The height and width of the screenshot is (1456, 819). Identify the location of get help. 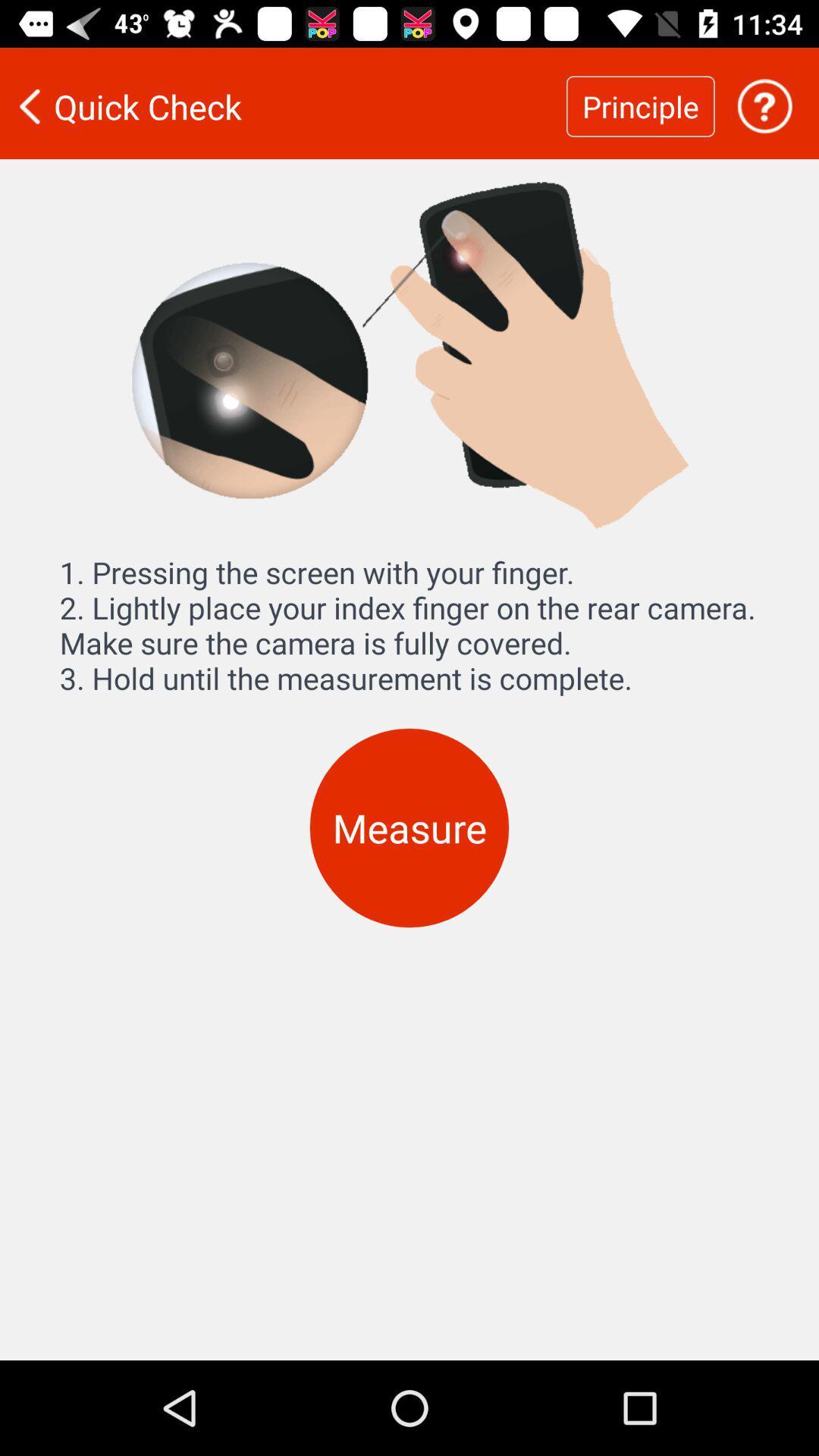
(764, 105).